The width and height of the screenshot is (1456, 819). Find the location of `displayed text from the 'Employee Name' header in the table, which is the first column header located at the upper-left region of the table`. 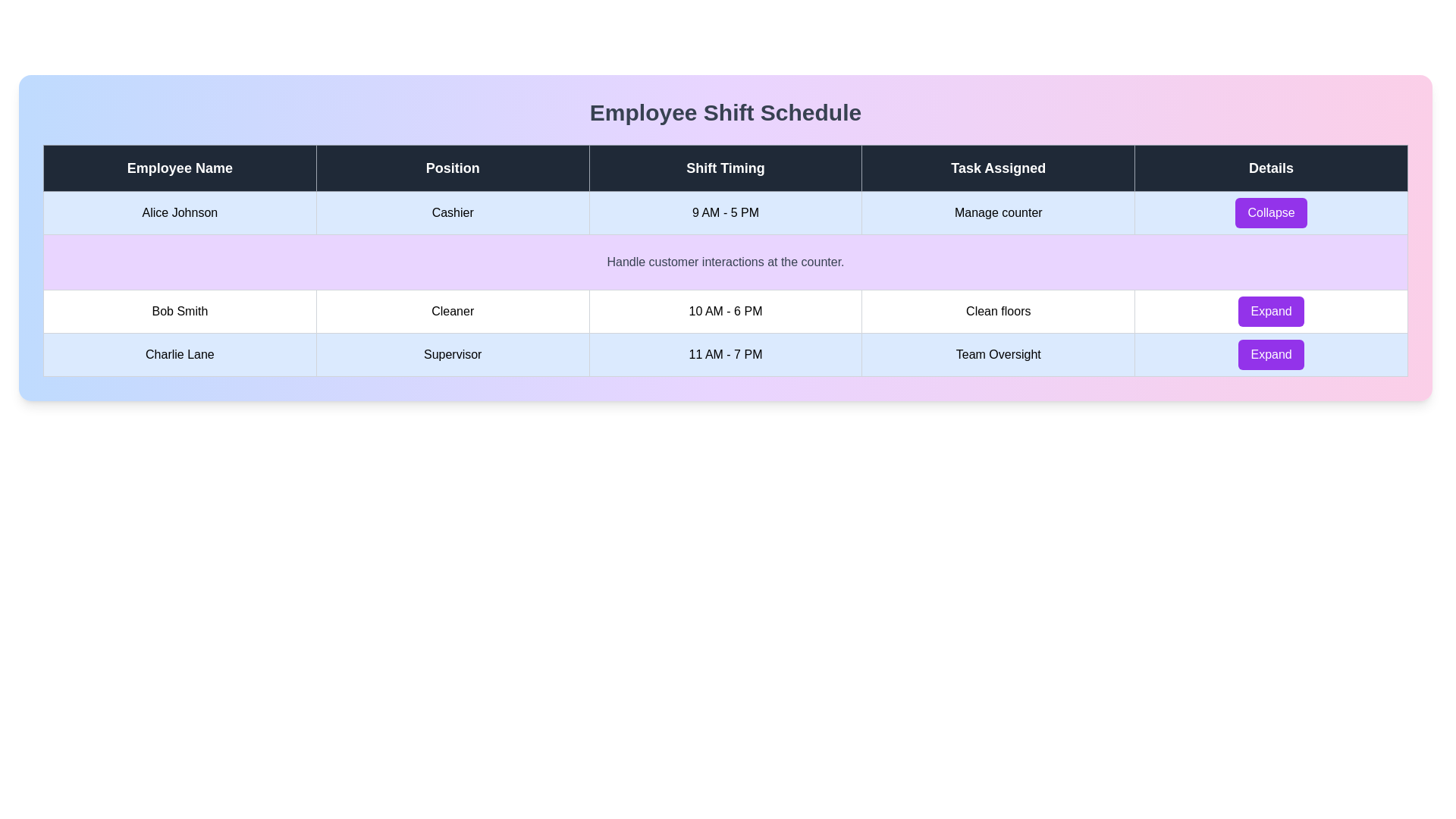

displayed text from the 'Employee Name' header in the table, which is the first column header located at the upper-left region of the table is located at coordinates (180, 168).